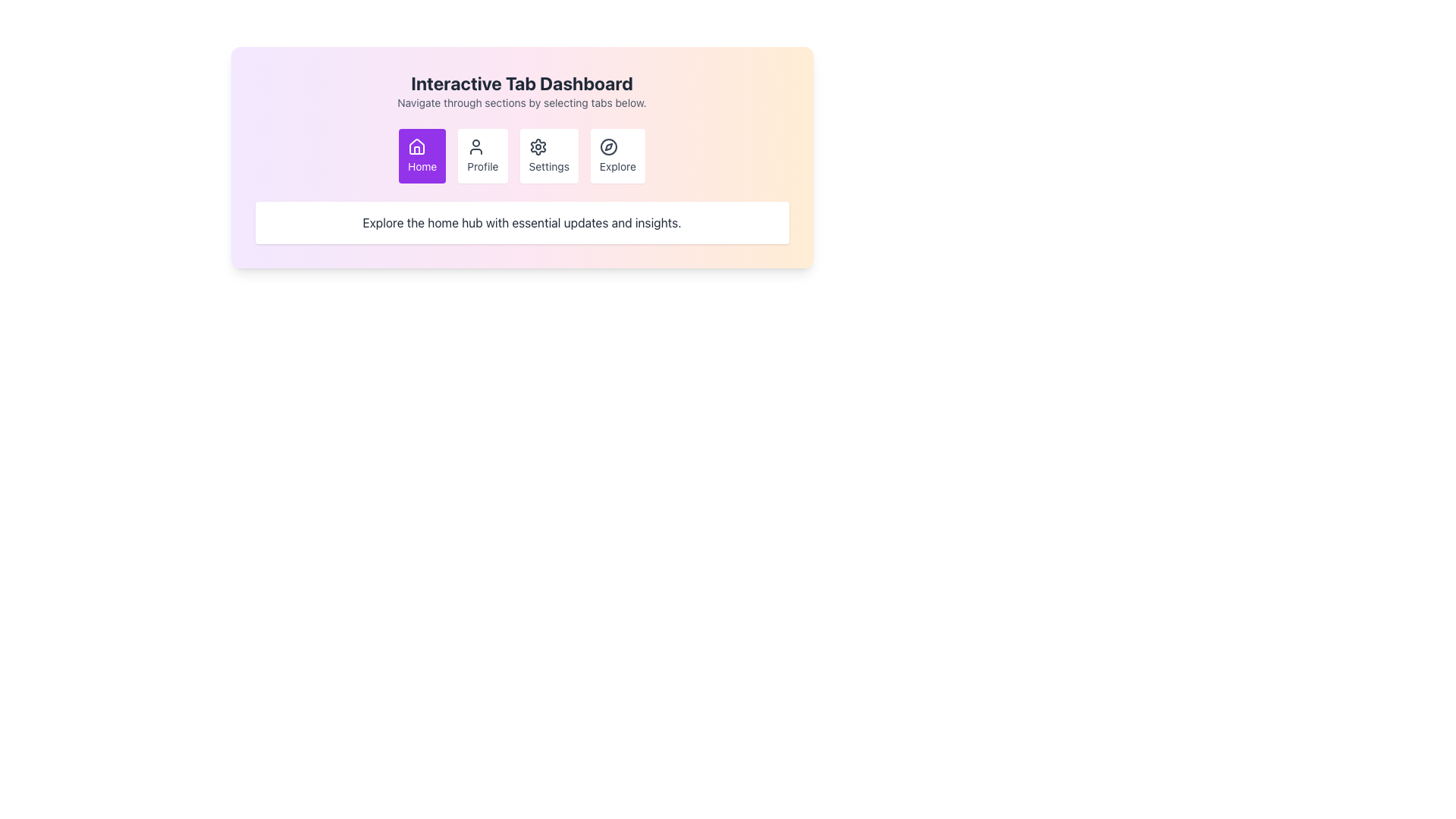 The image size is (1456, 819). Describe the element at coordinates (538, 146) in the screenshot. I see `the gear icon representing the 'Settings' functionality, which is the third button in a horizontal row of four buttons` at that location.